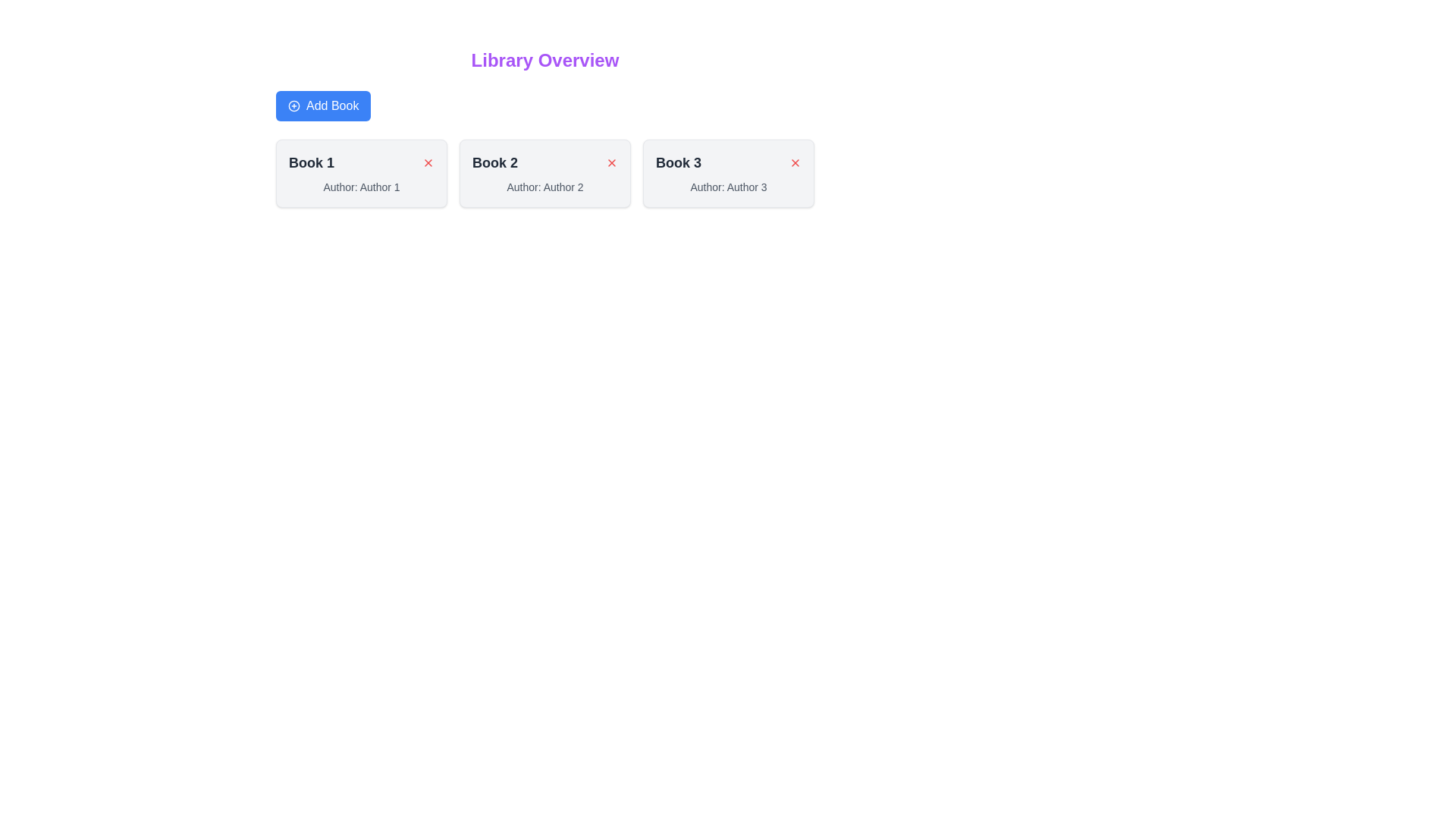  Describe the element at coordinates (360, 186) in the screenshot. I see `text displayed in the author's name label located at the bottom of the 'Book 1' card in the top-left corner of the grid` at that location.